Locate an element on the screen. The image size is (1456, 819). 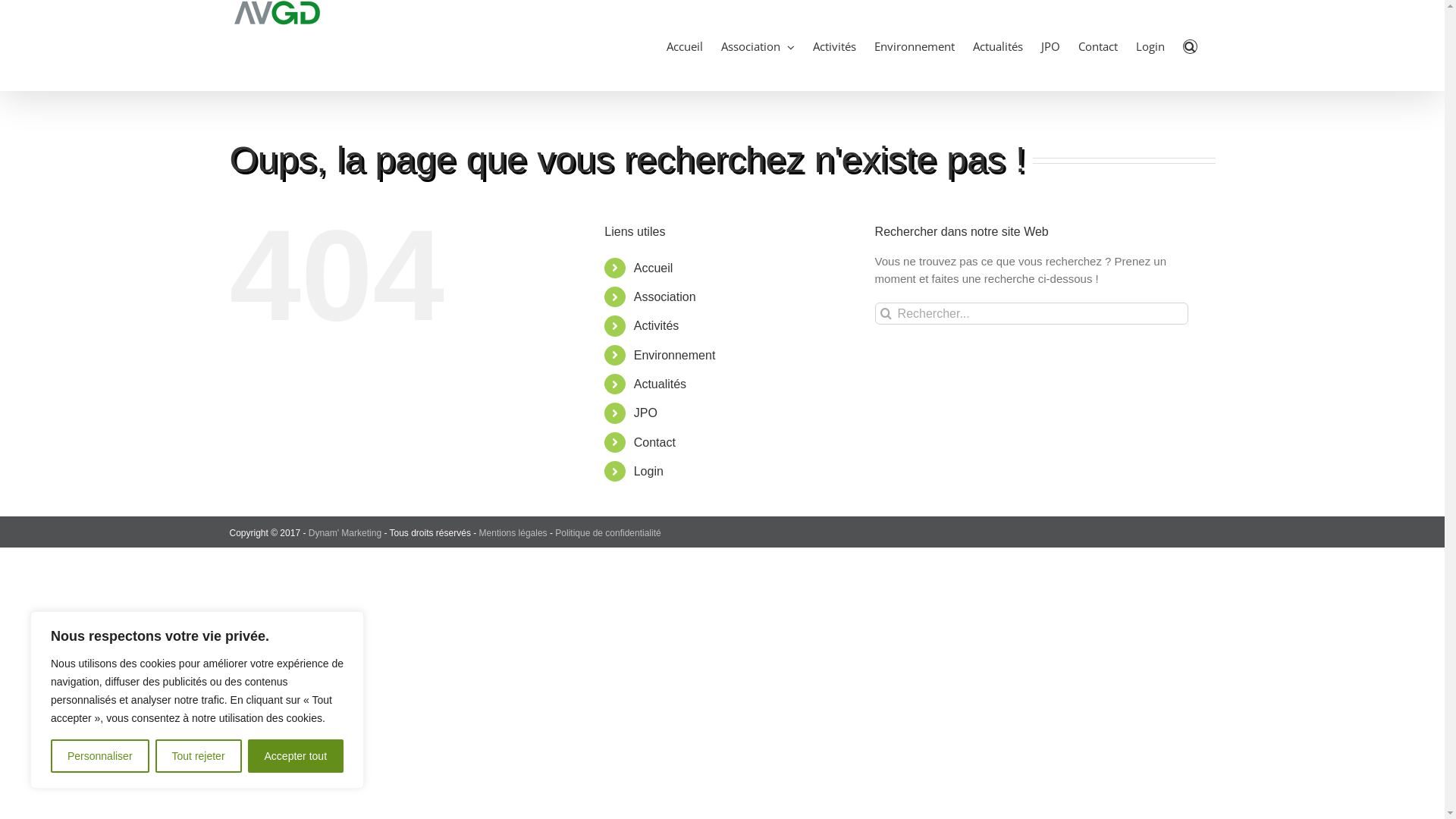
'JPO' is located at coordinates (633, 413).